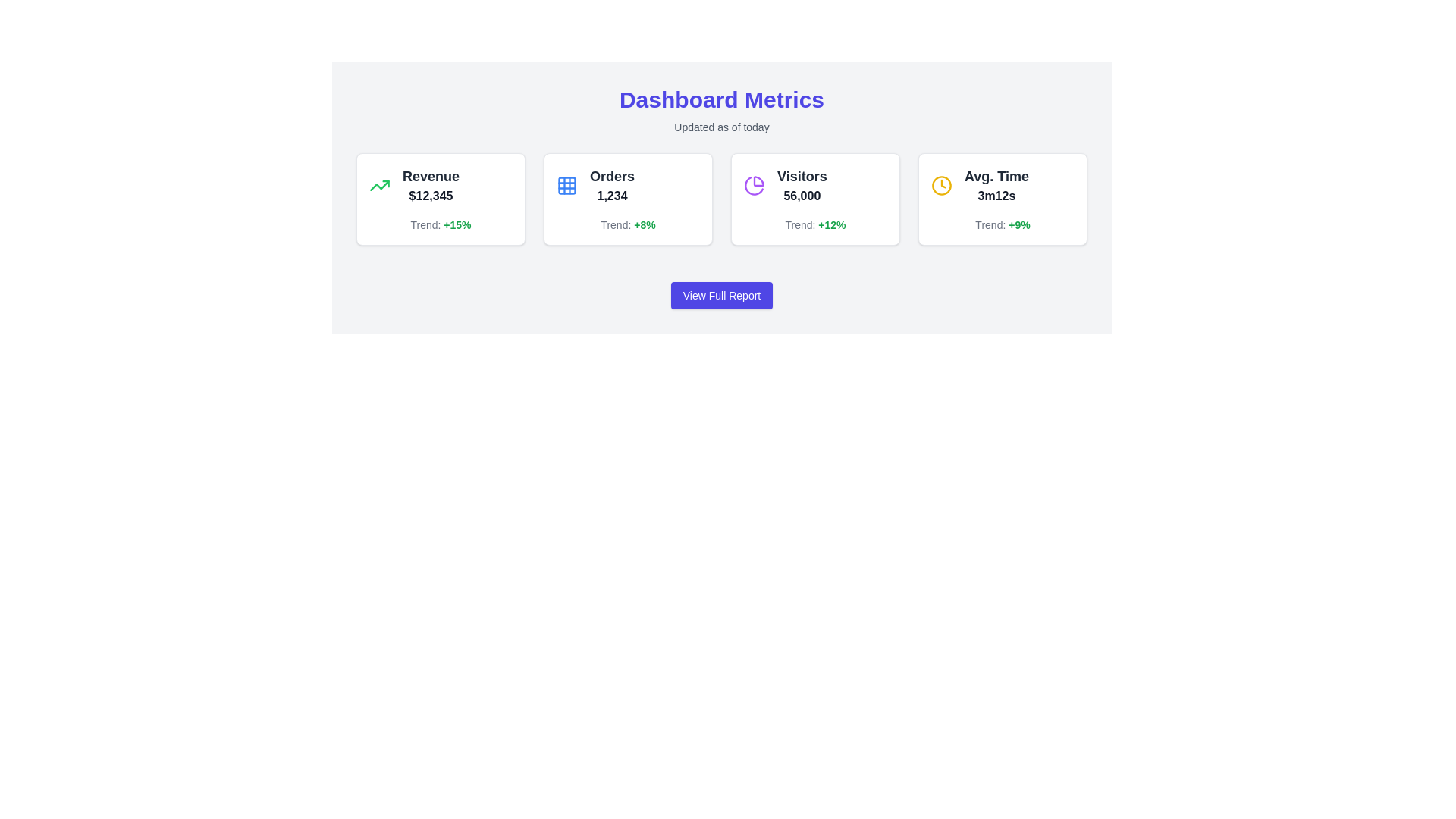 Image resolution: width=1456 pixels, height=819 pixels. What do you see at coordinates (440, 185) in the screenshot?
I see `the Text label displaying revenue data, which is located in the first card of the dashboard grid, prominently positioned at the top row` at bounding box center [440, 185].